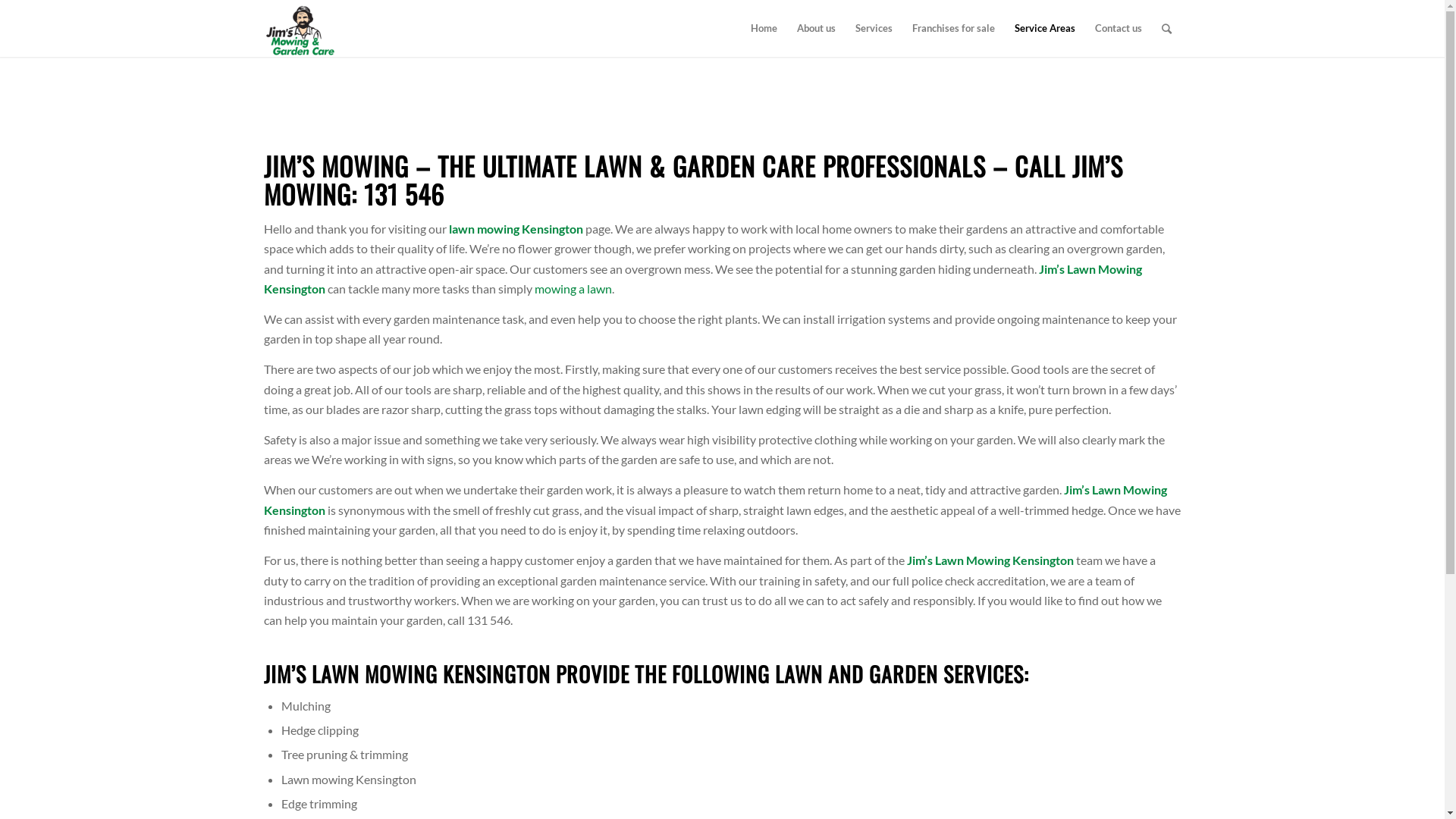 This screenshot has height=819, width=1456. What do you see at coordinates (763, 28) in the screenshot?
I see `'Home'` at bounding box center [763, 28].